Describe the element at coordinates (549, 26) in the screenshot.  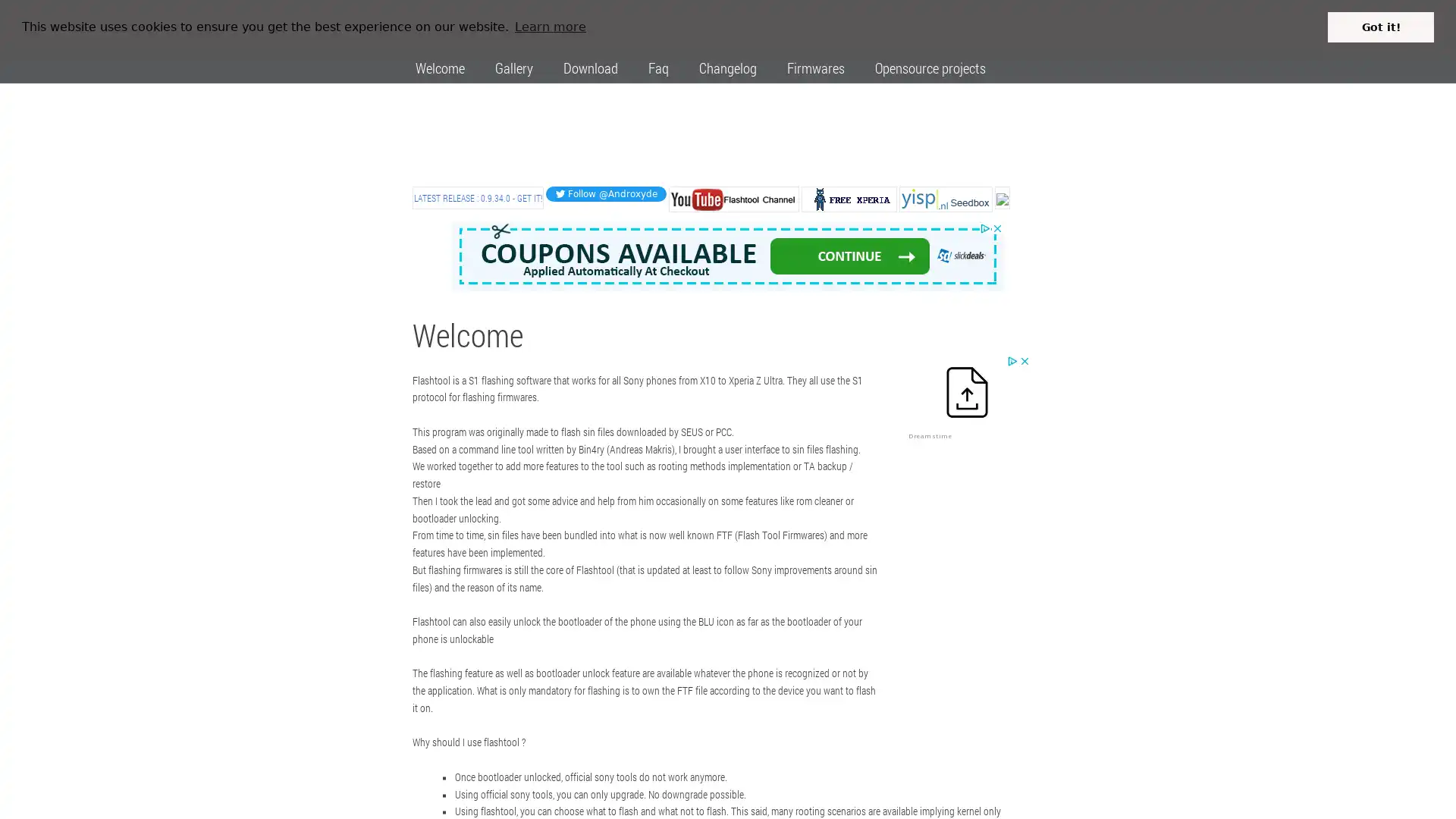
I see `learn more about cookies` at that location.